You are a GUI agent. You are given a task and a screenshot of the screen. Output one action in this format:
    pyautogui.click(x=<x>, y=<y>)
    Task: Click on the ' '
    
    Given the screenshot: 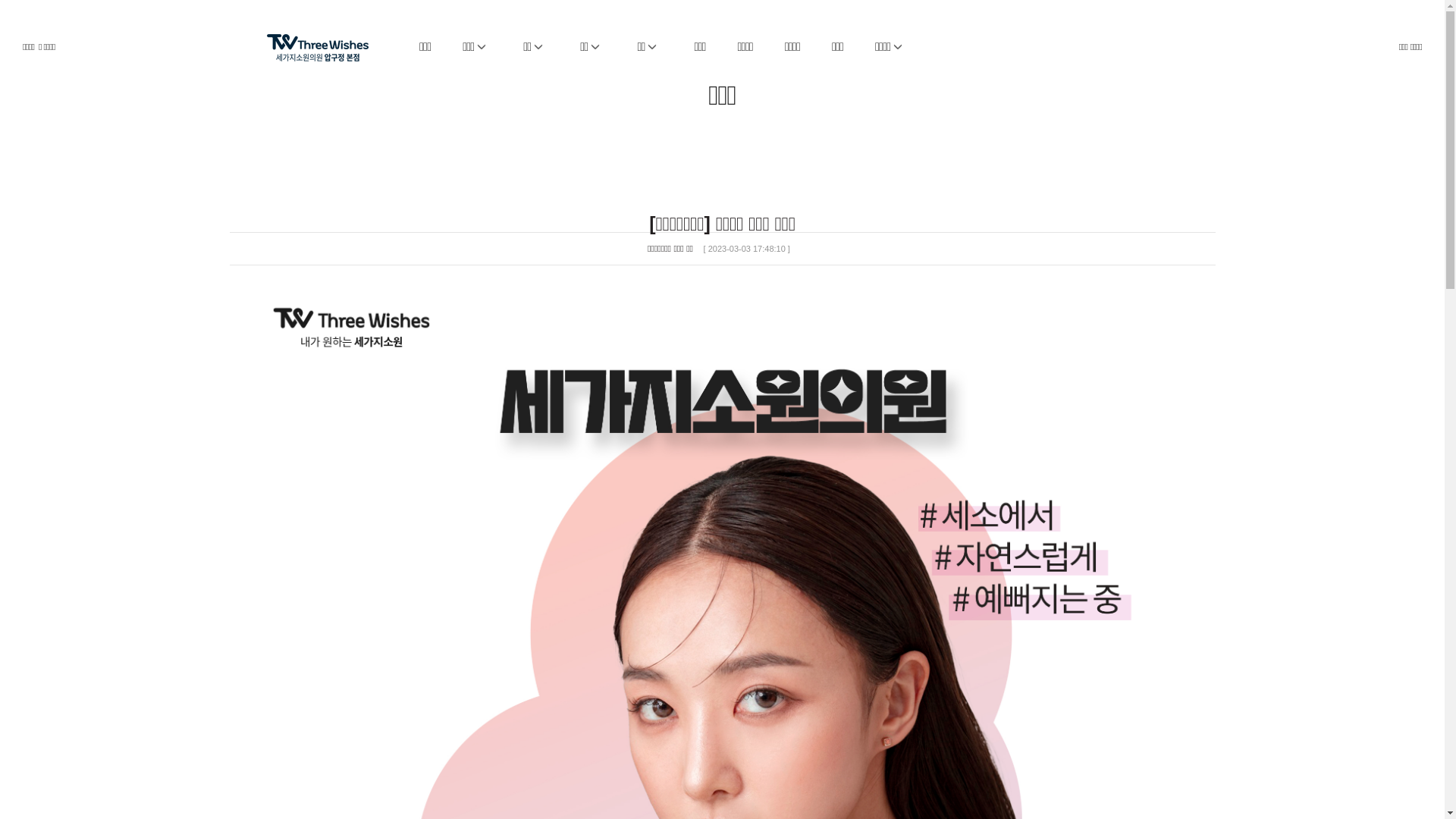 What is the action you would take?
    pyautogui.click(x=265, y=38)
    